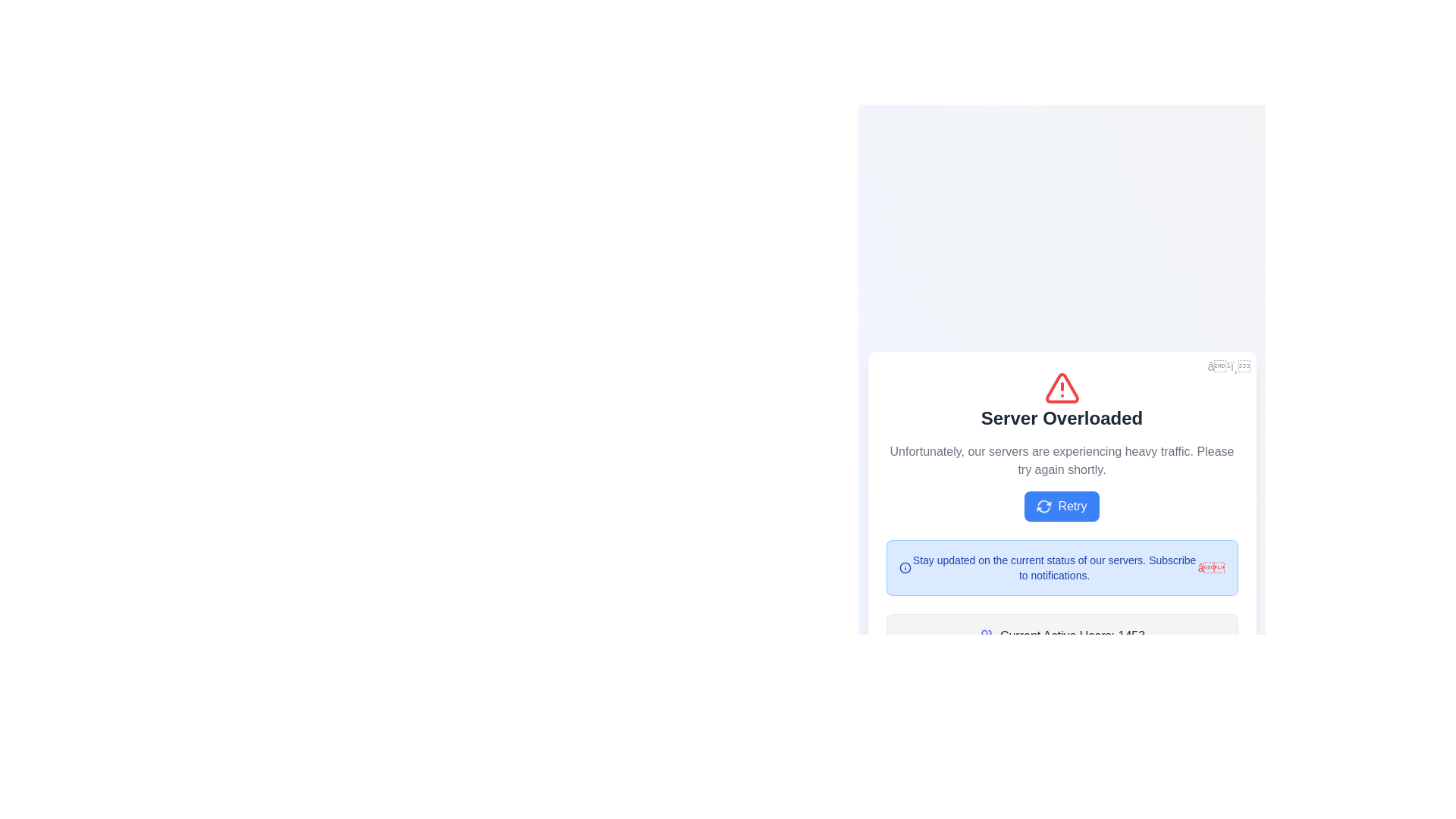  What do you see at coordinates (1043, 506) in the screenshot?
I see `the animation of the retry icon located on the left side of the 'Retry' button in the notification card displaying 'Server Overloaded'` at bounding box center [1043, 506].